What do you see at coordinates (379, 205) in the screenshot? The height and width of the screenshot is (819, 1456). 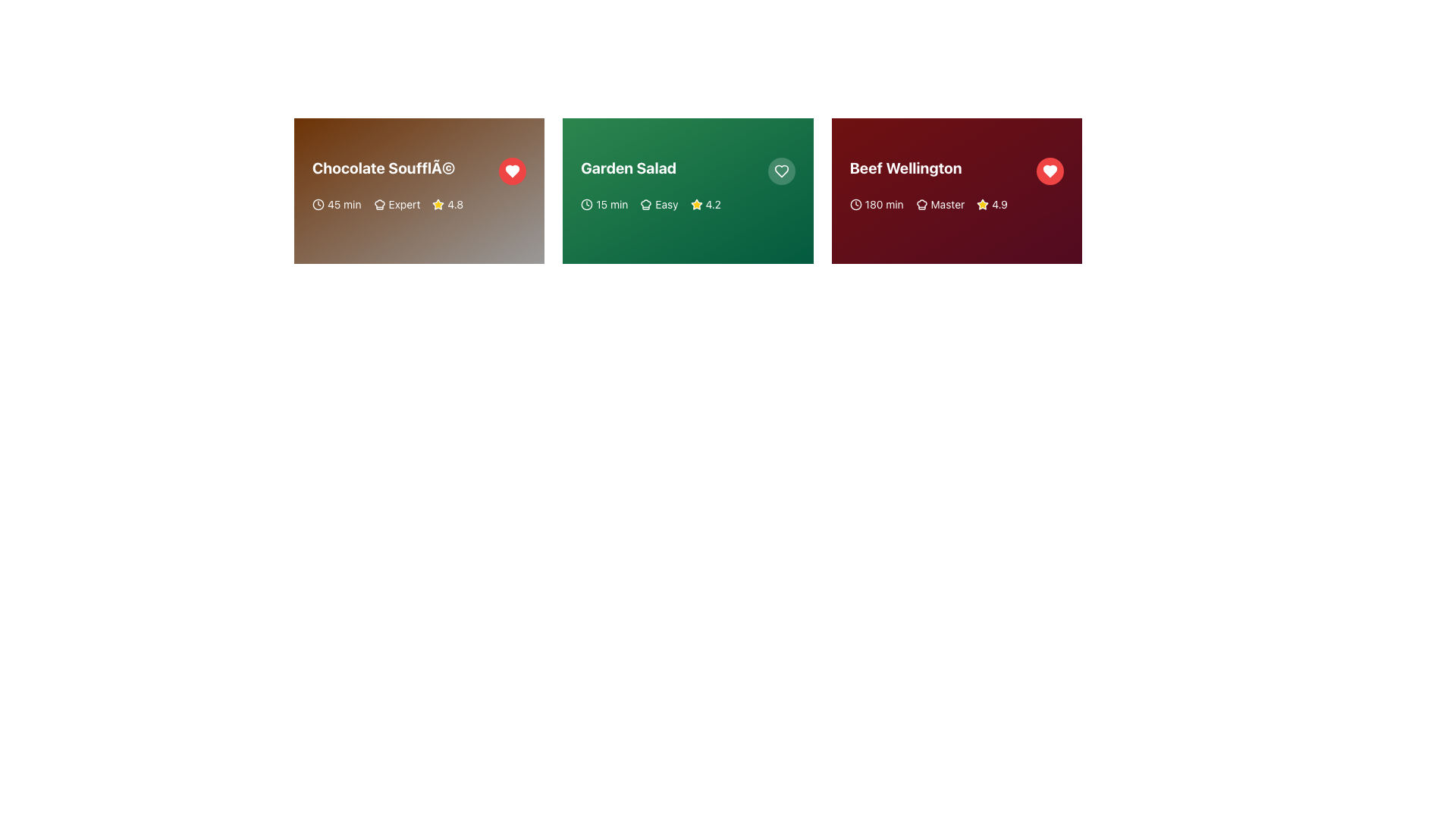 I see `the SVG-based icon representing a chef's hat, which is the leftmost item in the horizontal sequence and is centrally aligned with the text 'Expert' to its right` at bounding box center [379, 205].